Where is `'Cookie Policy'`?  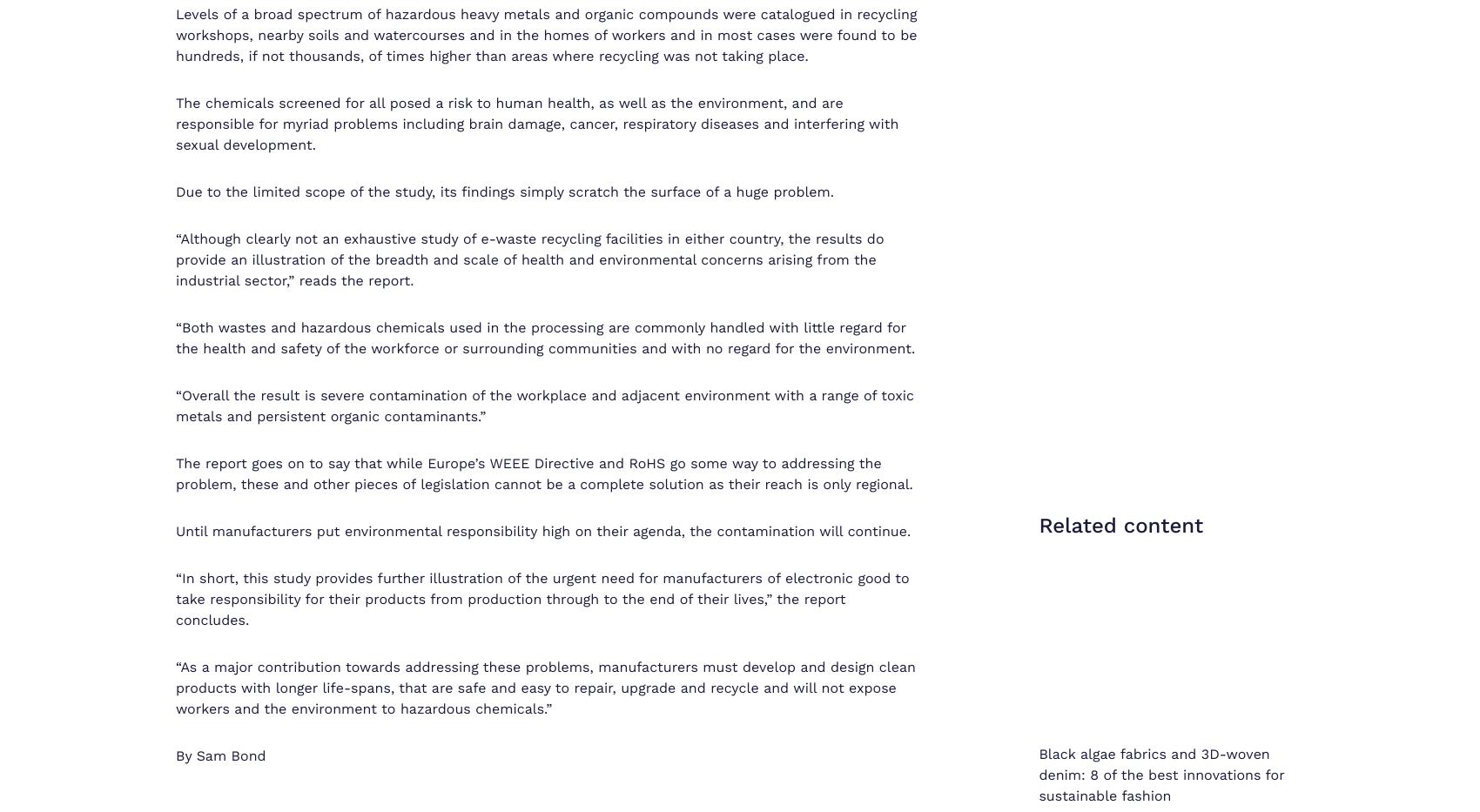
'Cookie Policy' is located at coordinates (1180, 728).